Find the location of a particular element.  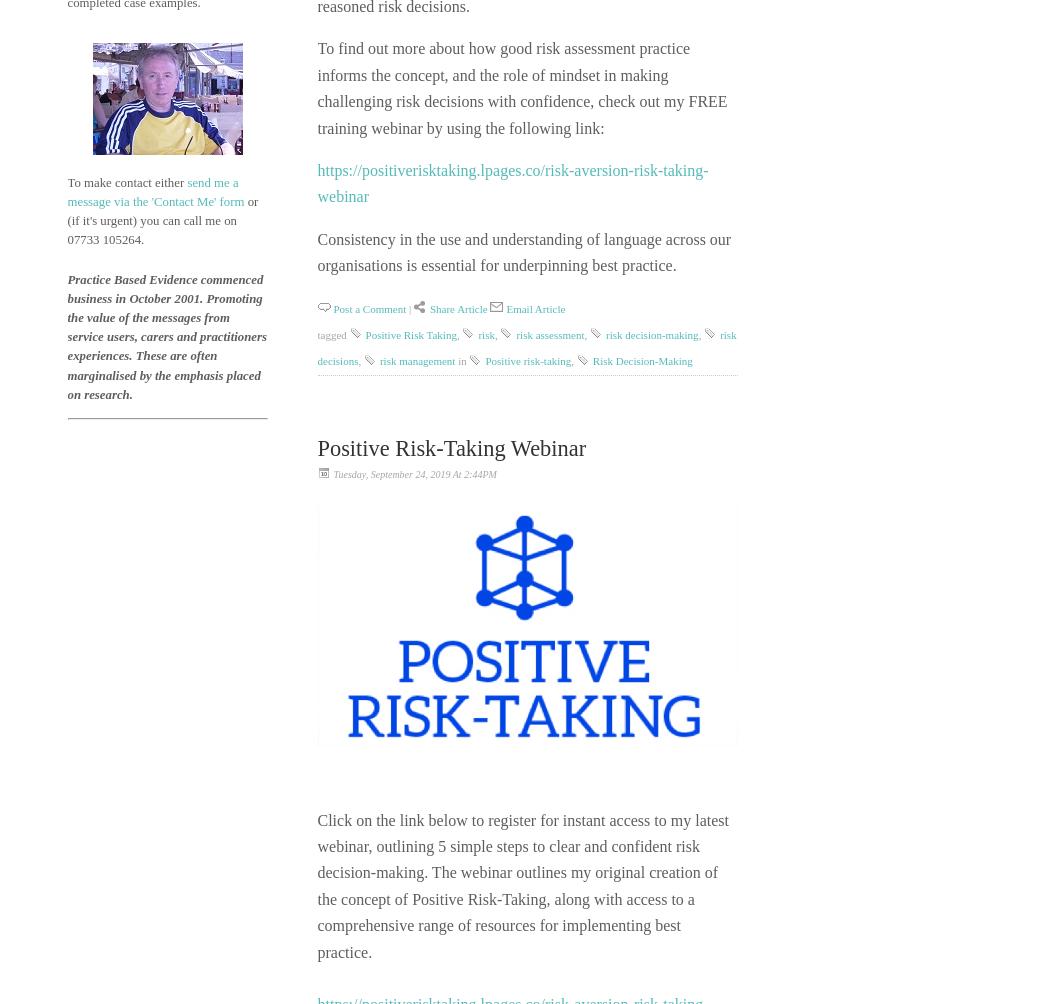

'Positive Risk-Taking Webinar' is located at coordinates (450, 446).